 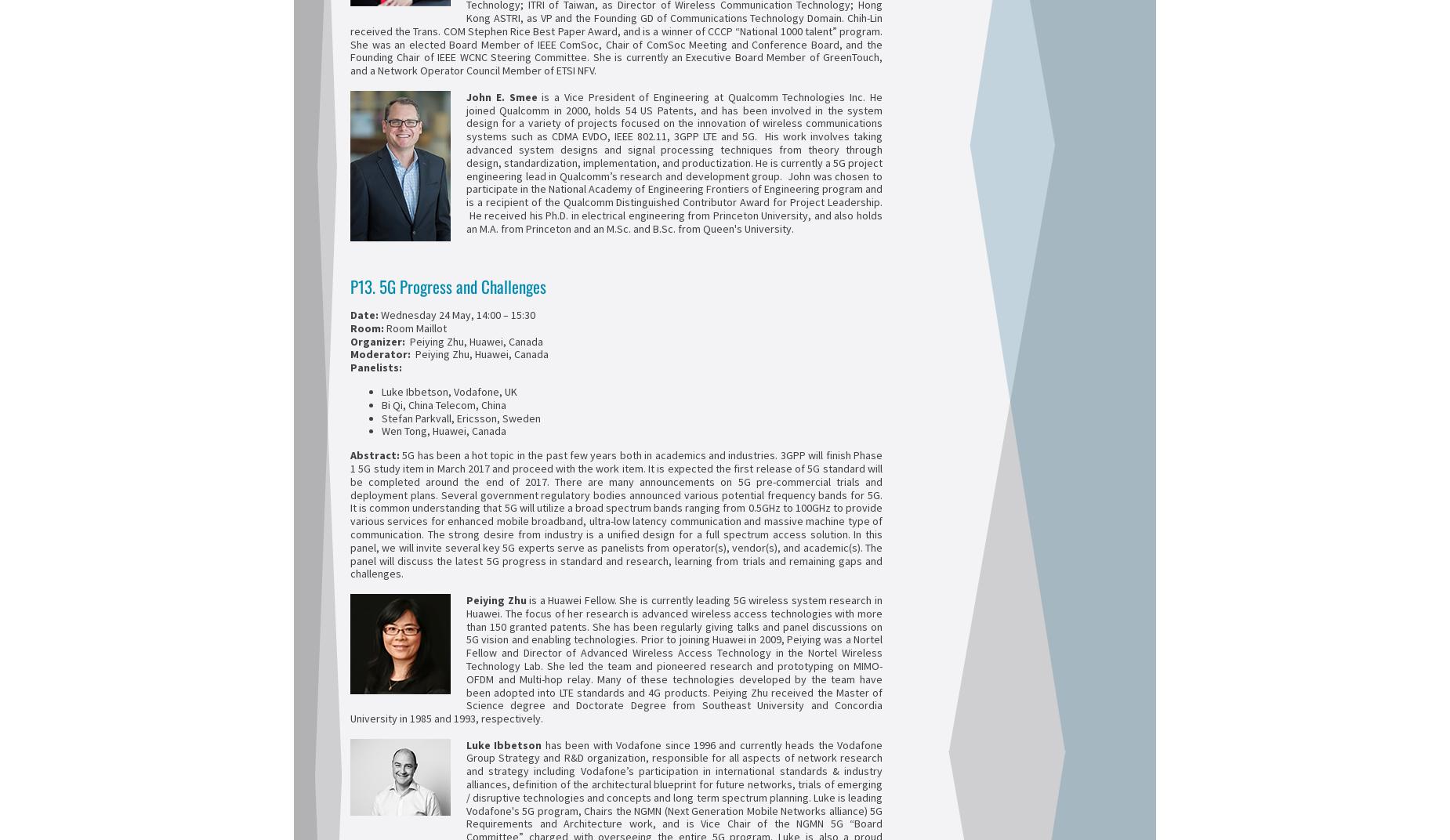 What do you see at coordinates (368, 326) in the screenshot?
I see `'Room:'` at bounding box center [368, 326].